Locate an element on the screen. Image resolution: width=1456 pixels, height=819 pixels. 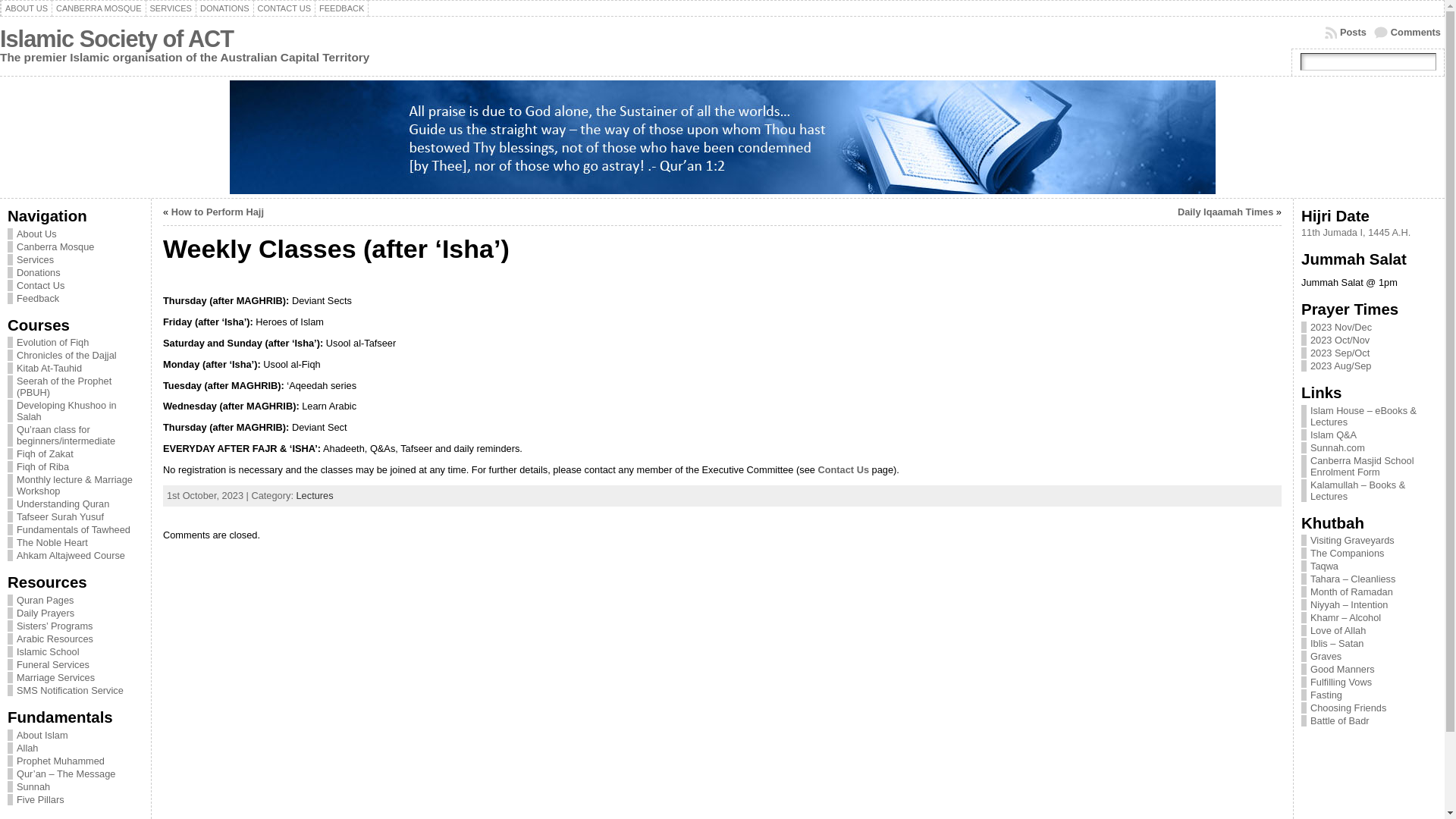
'CONTACT US' is located at coordinates (284, 8).